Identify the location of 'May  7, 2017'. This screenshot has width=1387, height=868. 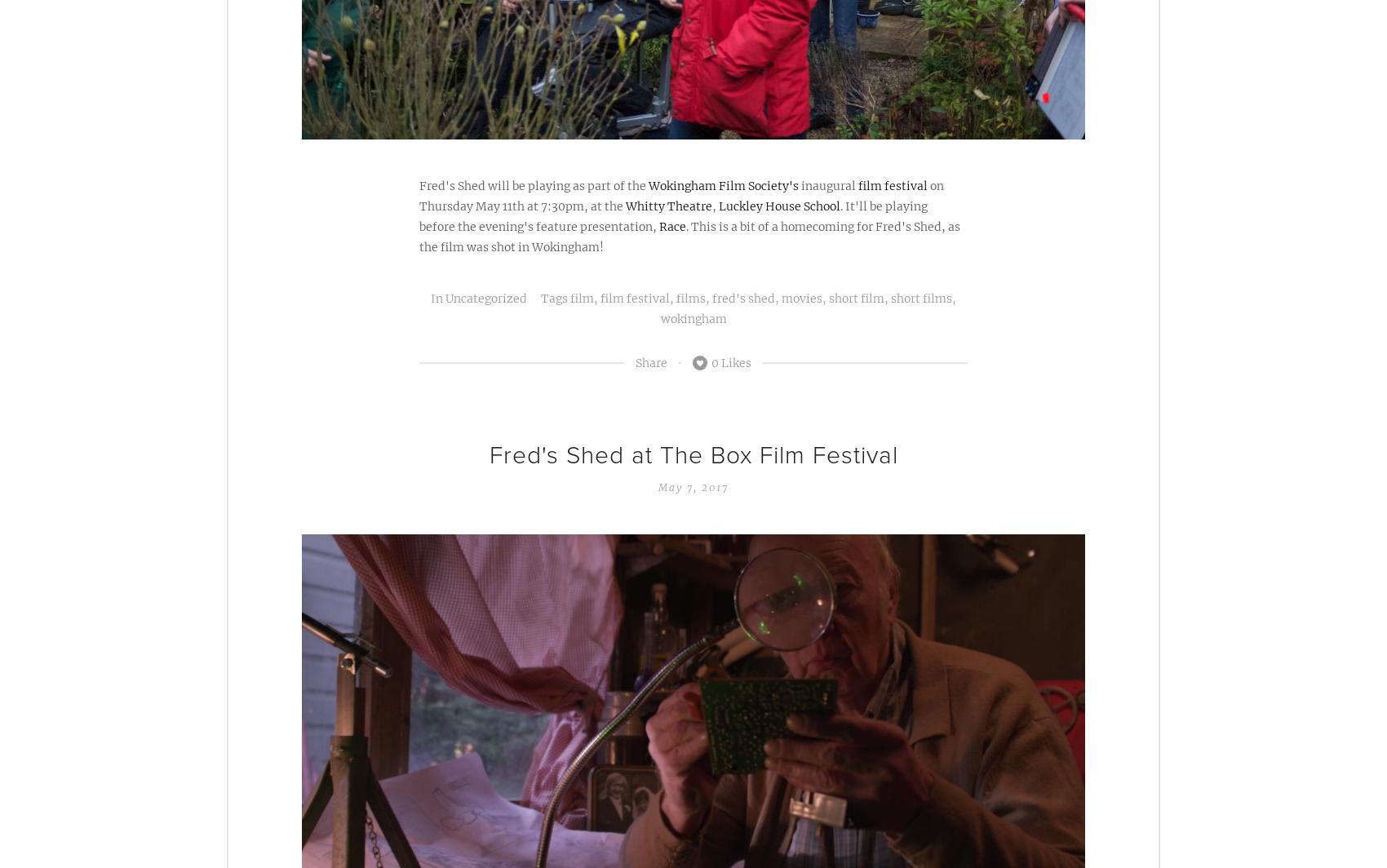
(693, 486).